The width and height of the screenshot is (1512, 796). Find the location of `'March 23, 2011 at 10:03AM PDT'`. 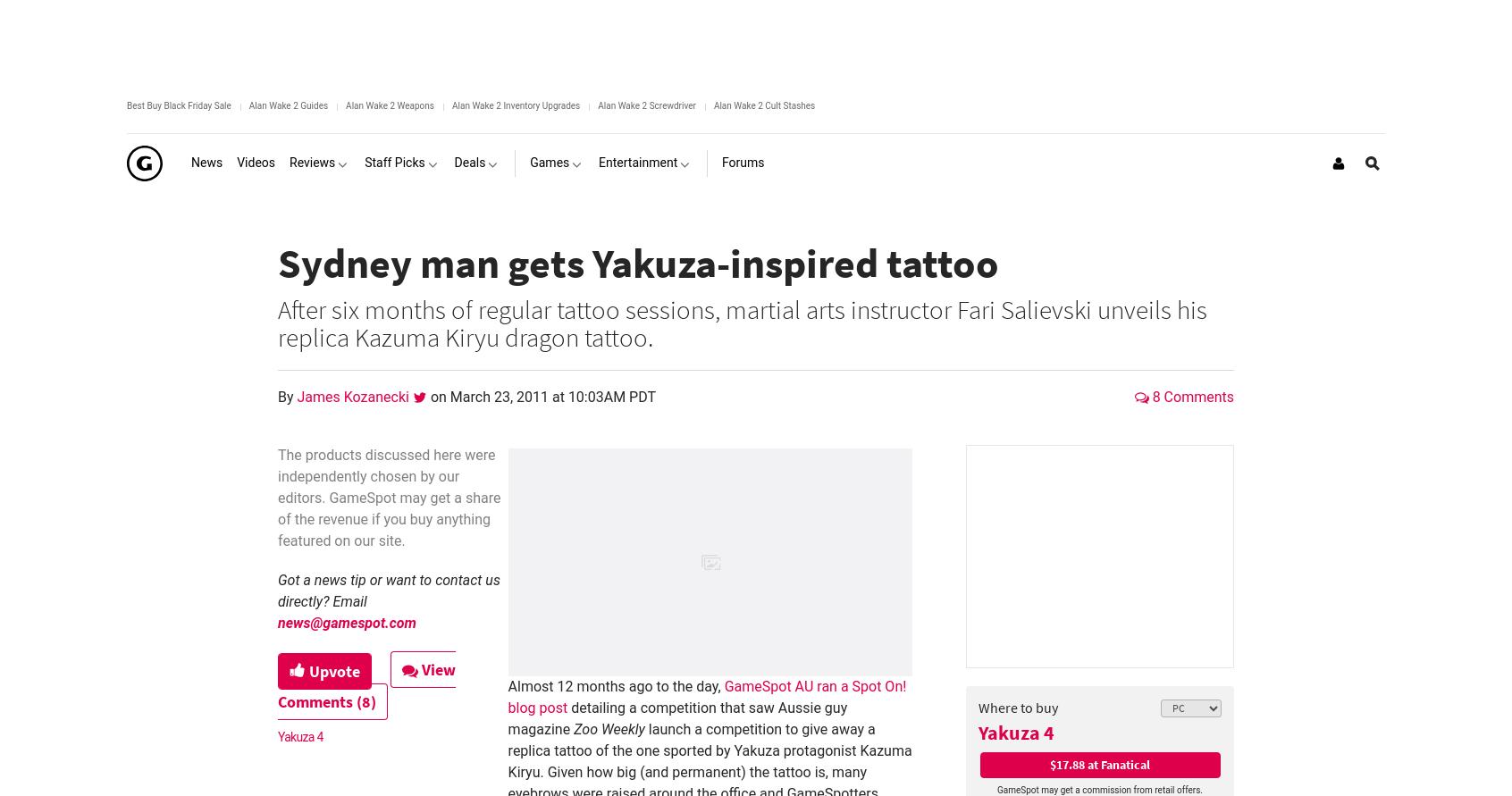

'March 23, 2011 at 10:03AM PDT' is located at coordinates (449, 397).